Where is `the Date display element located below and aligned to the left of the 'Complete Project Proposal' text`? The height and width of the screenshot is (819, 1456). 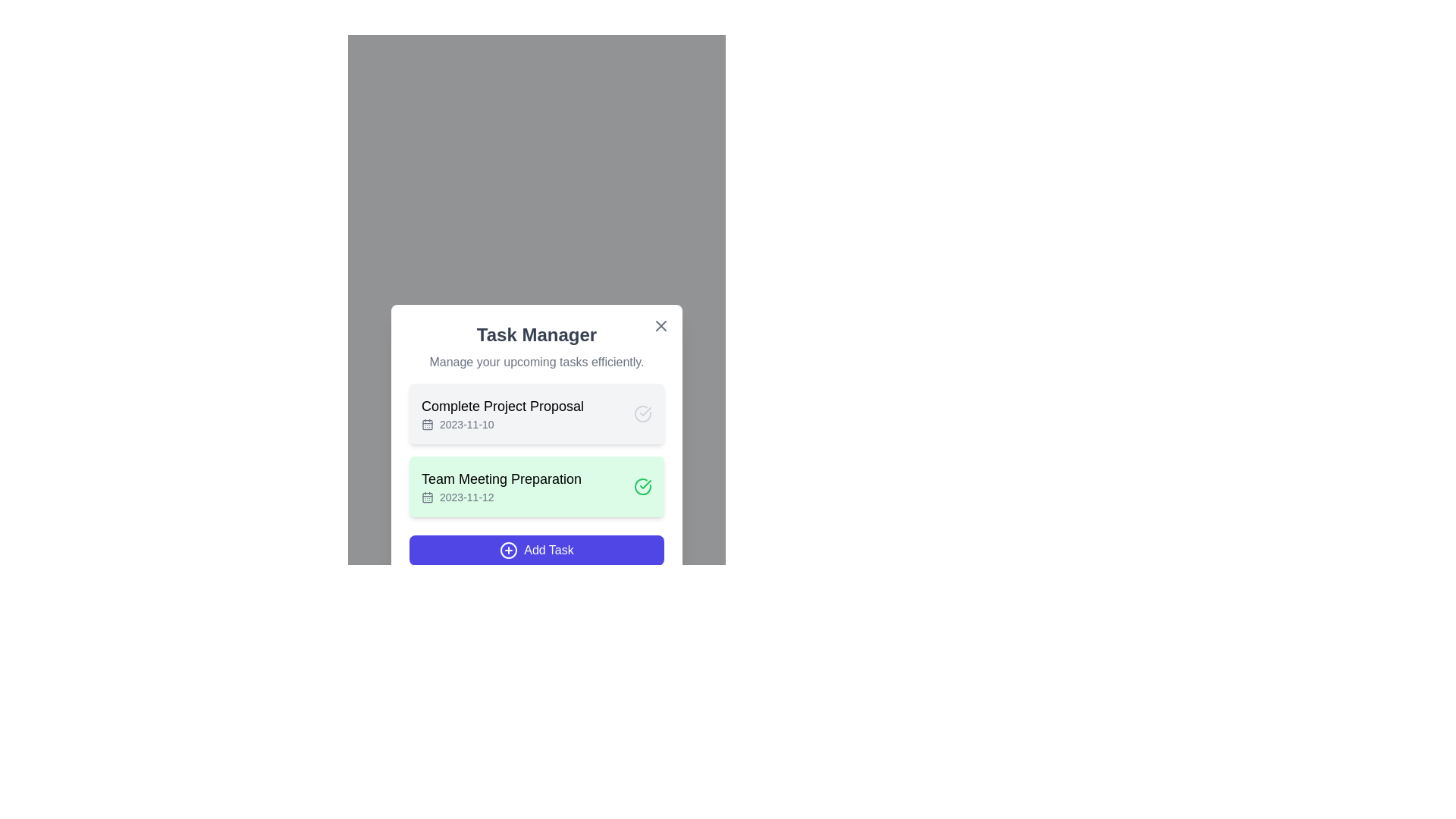
the Date display element located below and aligned to the left of the 'Complete Project Proposal' text is located at coordinates (502, 424).